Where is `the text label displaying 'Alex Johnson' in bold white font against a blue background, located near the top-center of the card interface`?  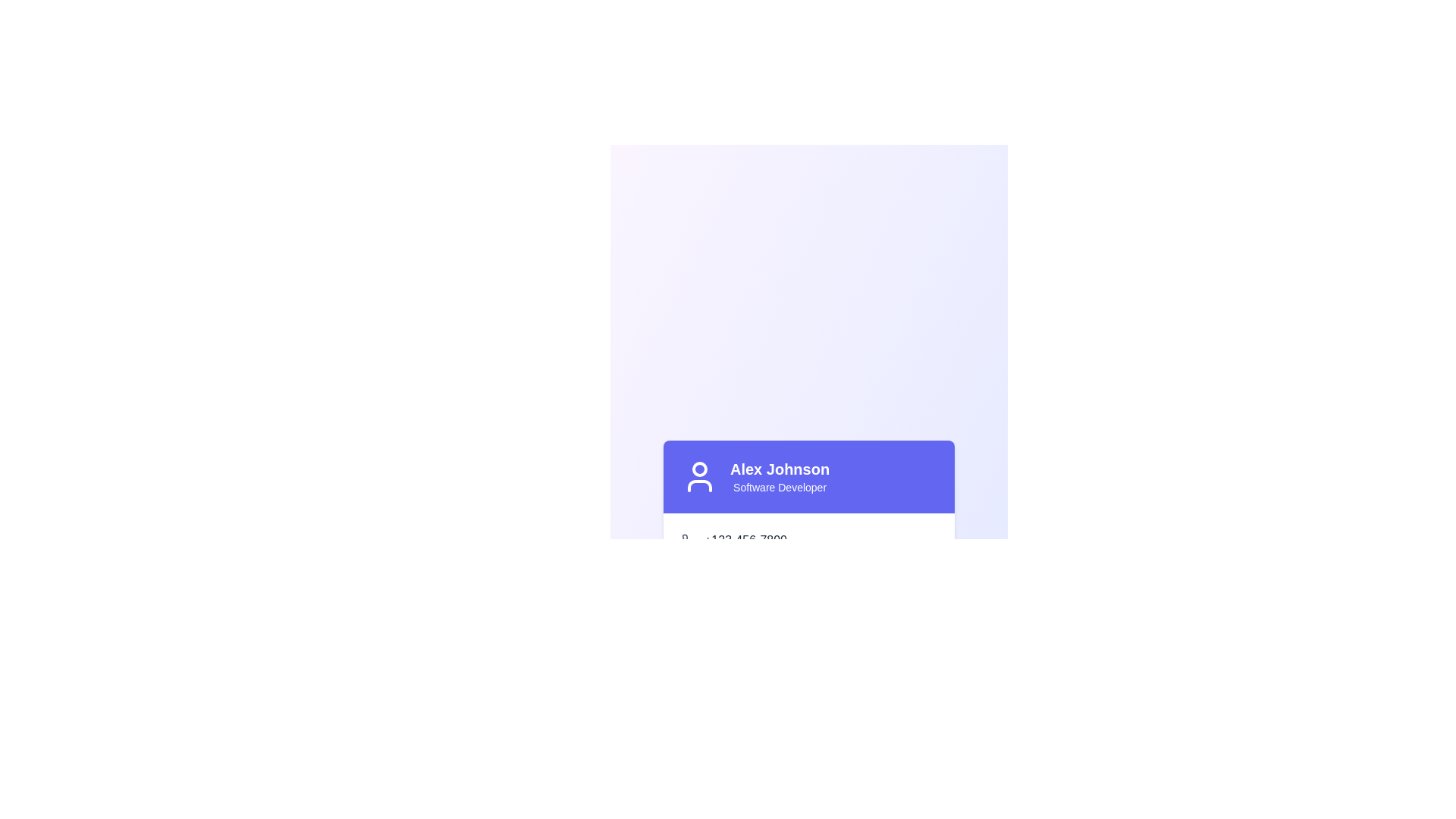 the text label displaying 'Alex Johnson' in bold white font against a blue background, located near the top-center of the card interface is located at coordinates (780, 468).